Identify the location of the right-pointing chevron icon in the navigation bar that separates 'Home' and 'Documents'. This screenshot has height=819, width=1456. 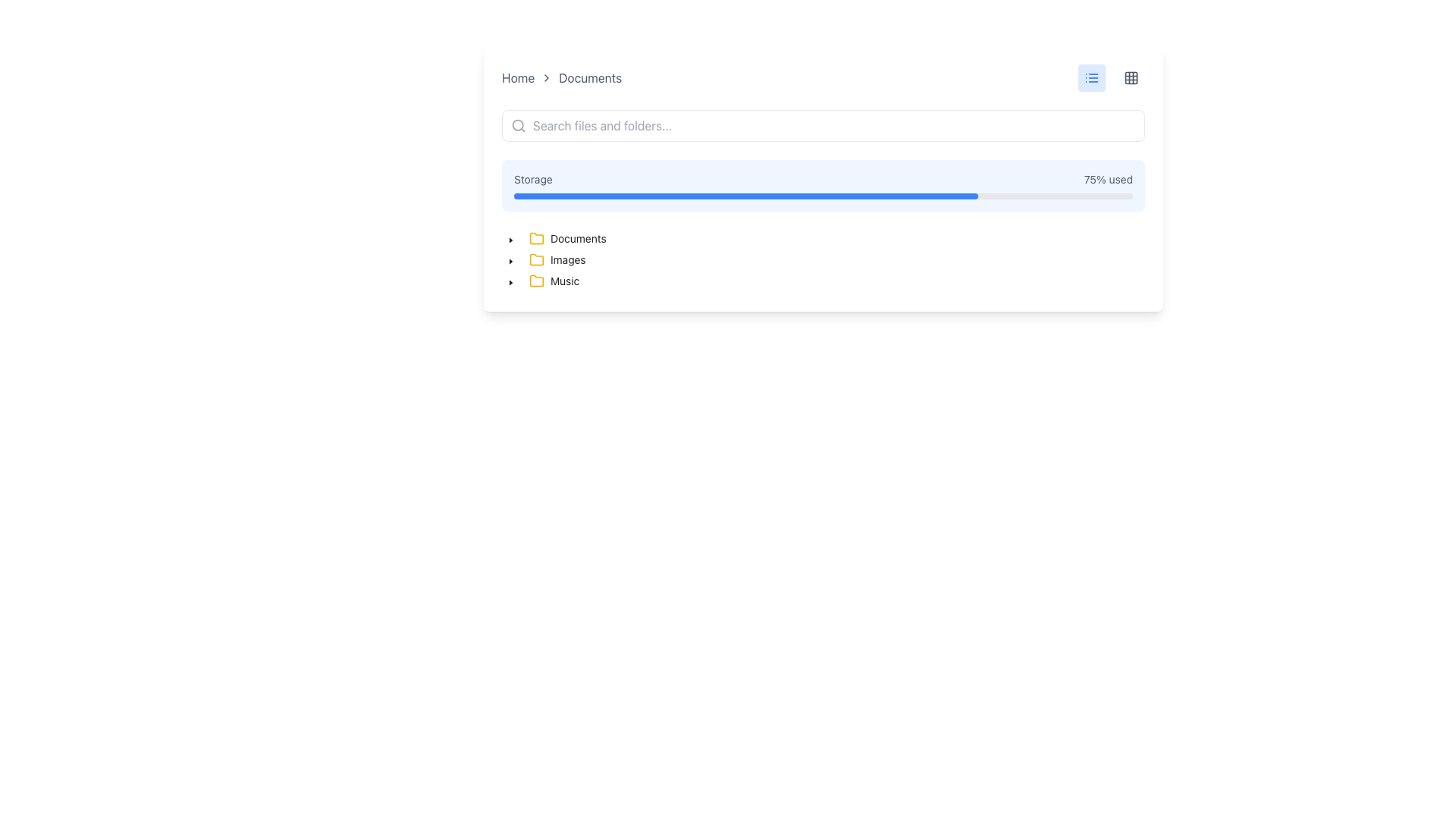
(546, 78).